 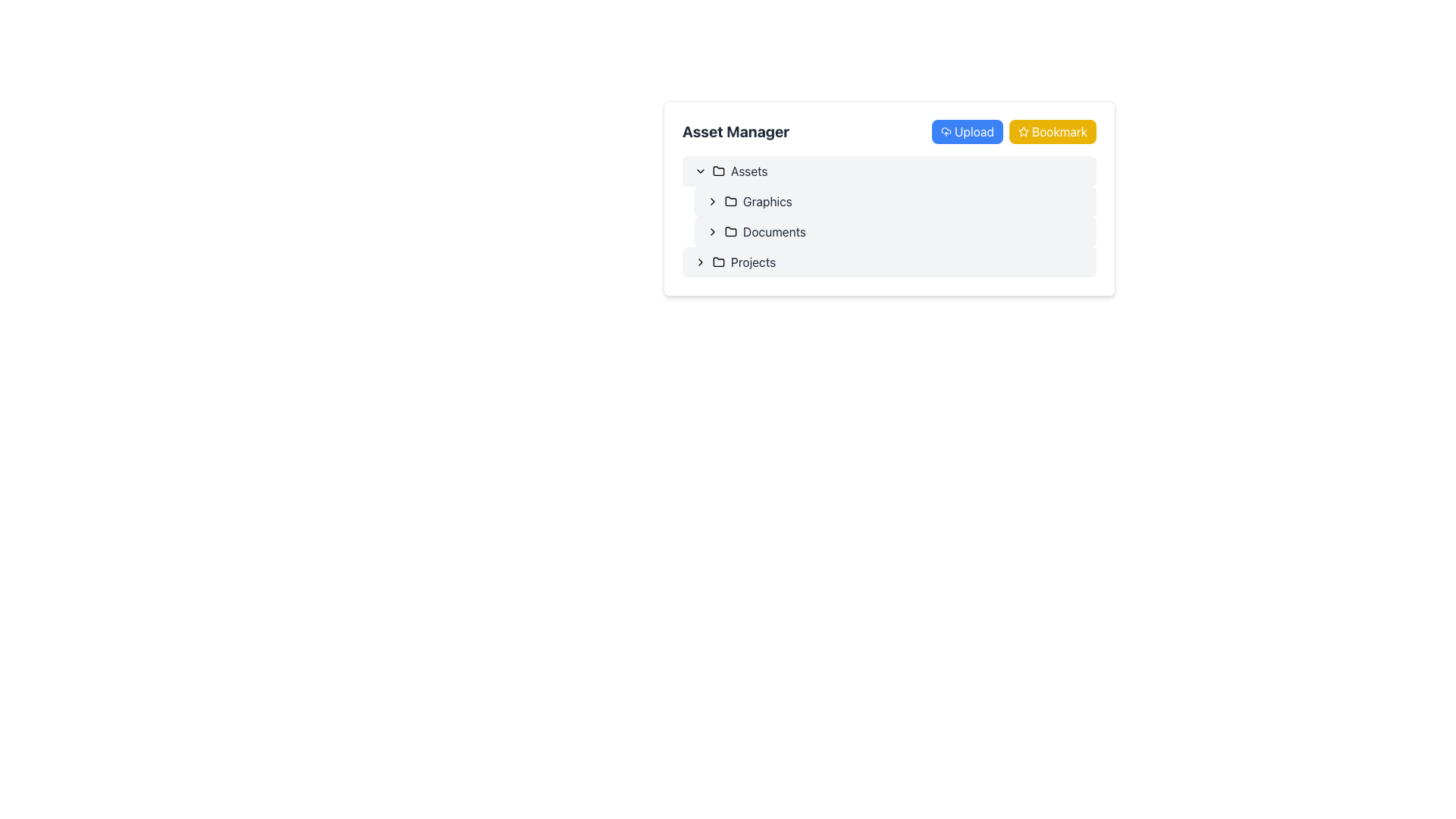 What do you see at coordinates (712, 201) in the screenshot?
I see `the chevron icon styled as a right-pointing arrow next to the text 'Graphics'` at bounding box center [712, 201].